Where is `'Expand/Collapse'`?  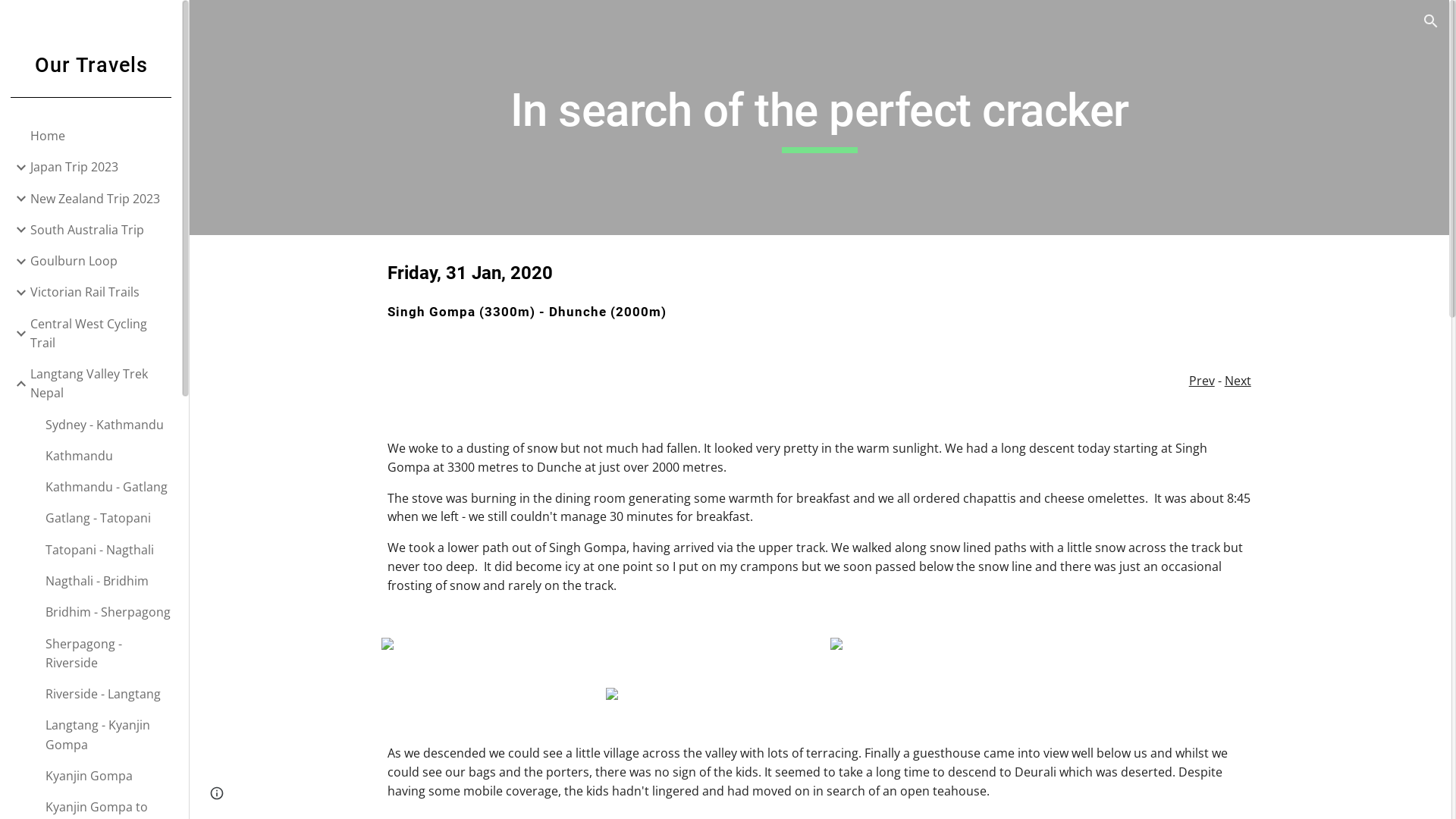 'Expand/Collapse' is located at coordinates (3, 167).